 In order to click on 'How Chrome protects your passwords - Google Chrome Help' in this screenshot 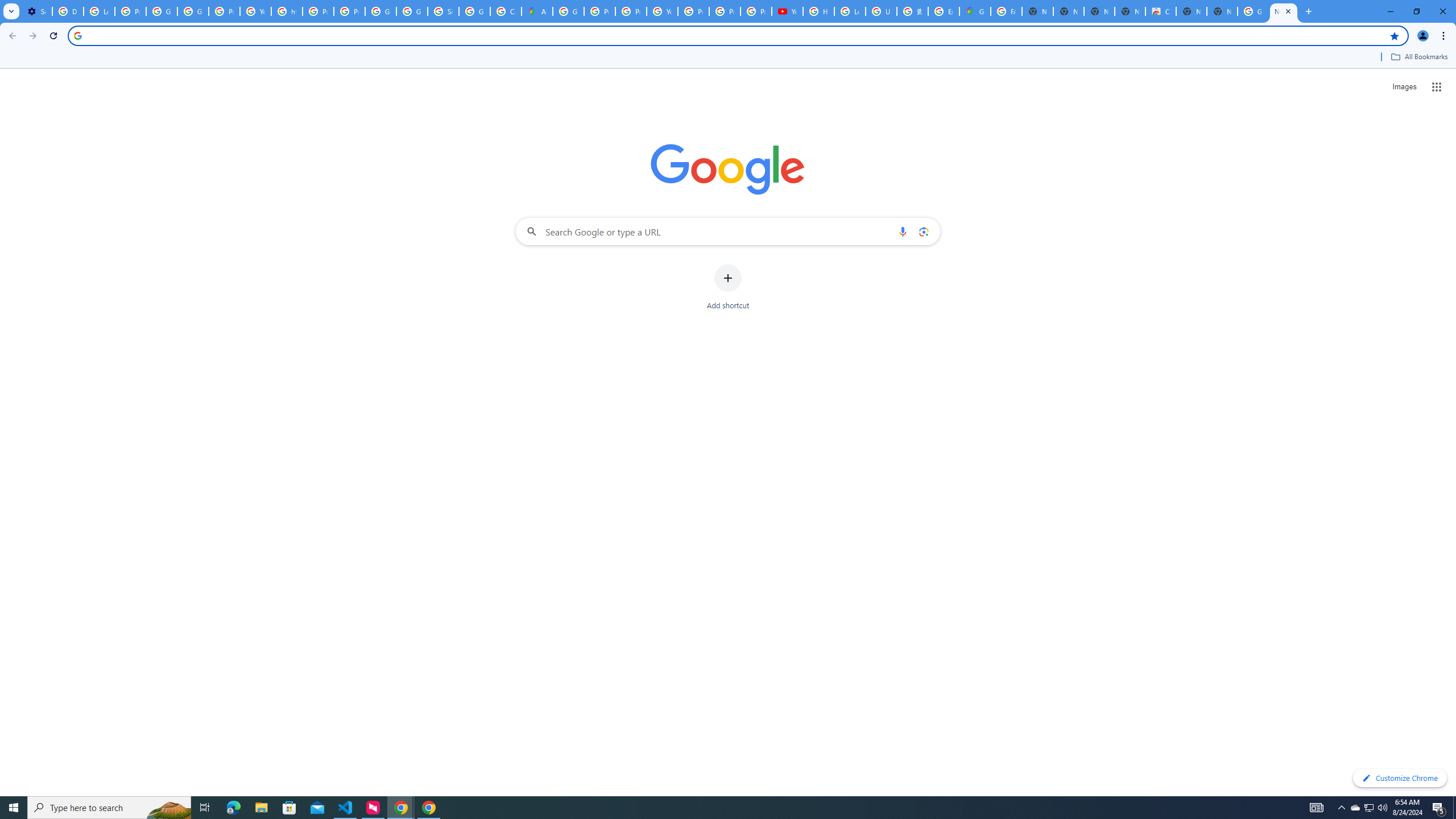, I will do `click(818, 11)`.